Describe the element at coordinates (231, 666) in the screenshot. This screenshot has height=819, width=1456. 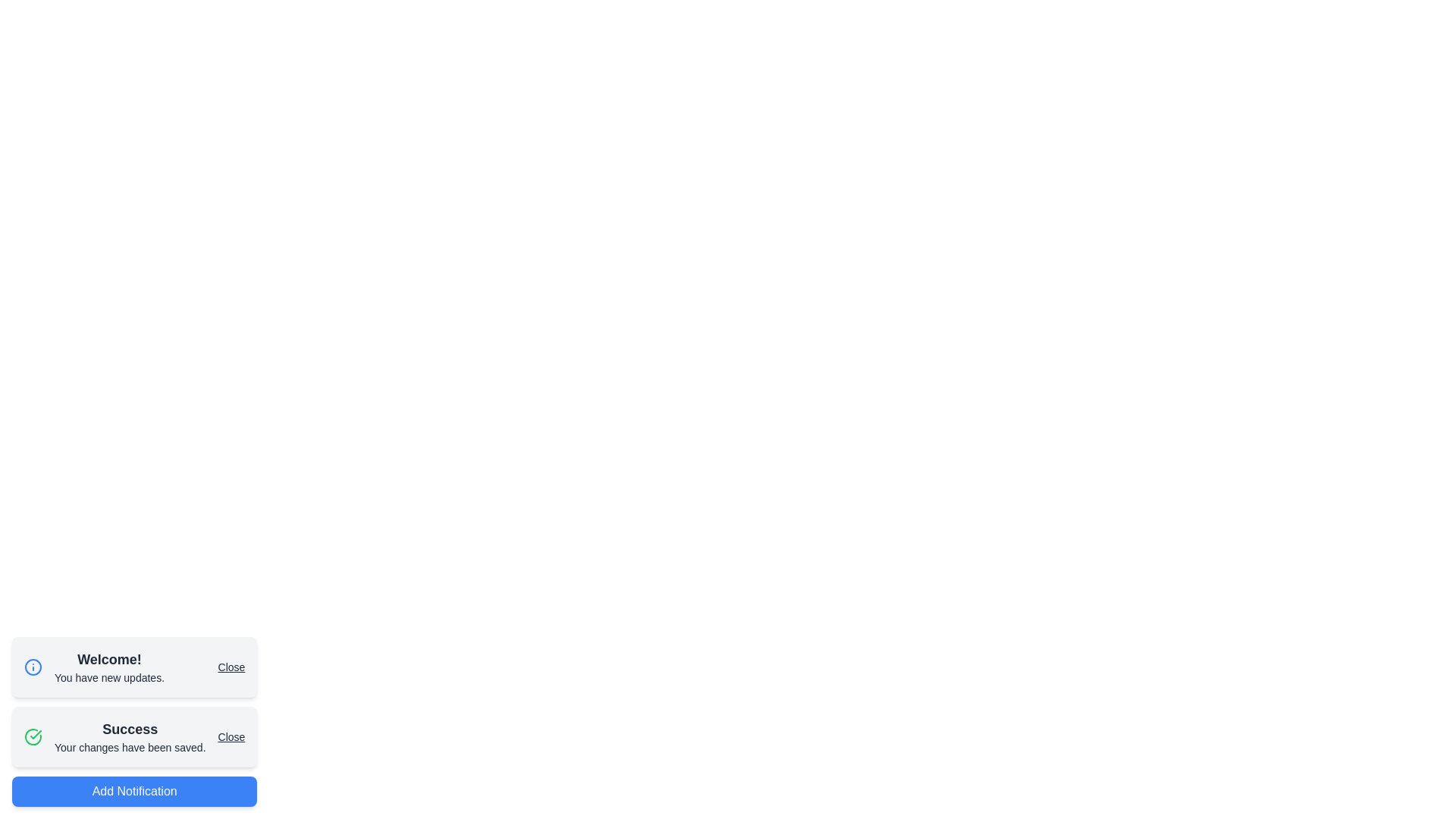
I see `the 'Close' button, which is a clickable text link styled with an underline, located on the far right of the notification box` at that location.